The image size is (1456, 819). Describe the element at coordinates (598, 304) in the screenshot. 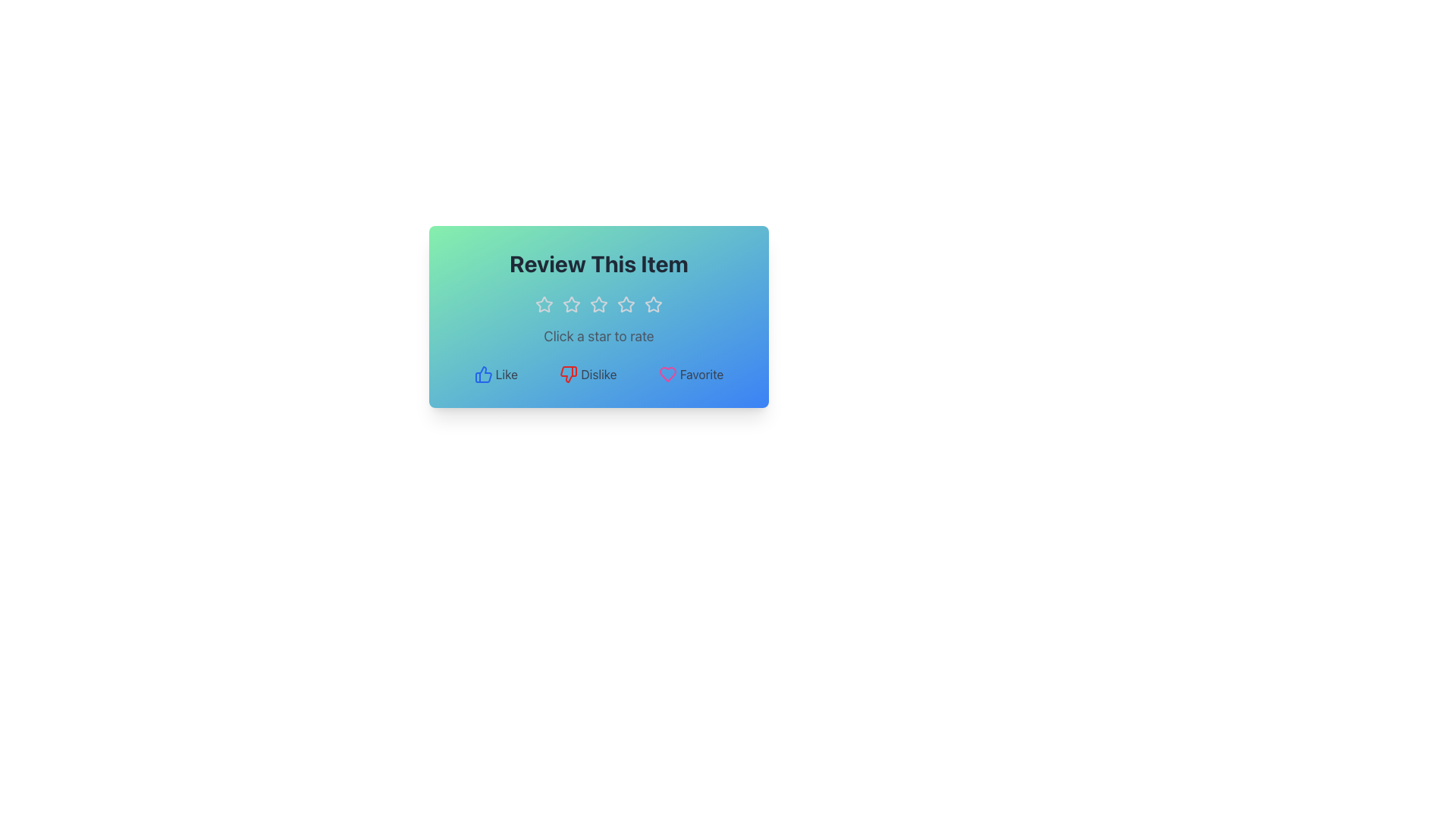

I see `the fourth star icon in the star rating component, located under 'Review This Item' and above 'Click a star to rate', to trigger the preview effect` at that location.